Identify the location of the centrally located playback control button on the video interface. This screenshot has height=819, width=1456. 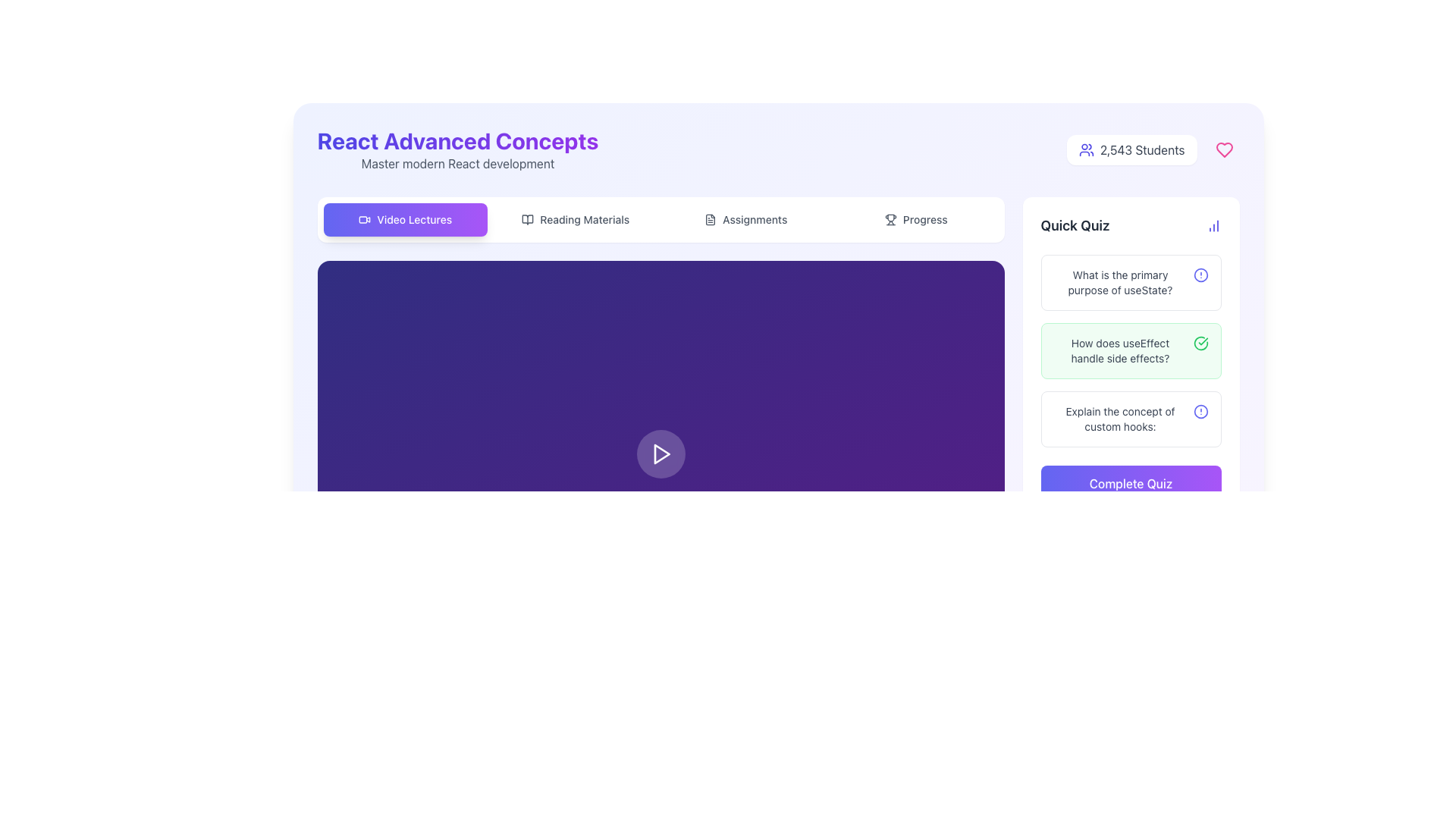
(661, 453).